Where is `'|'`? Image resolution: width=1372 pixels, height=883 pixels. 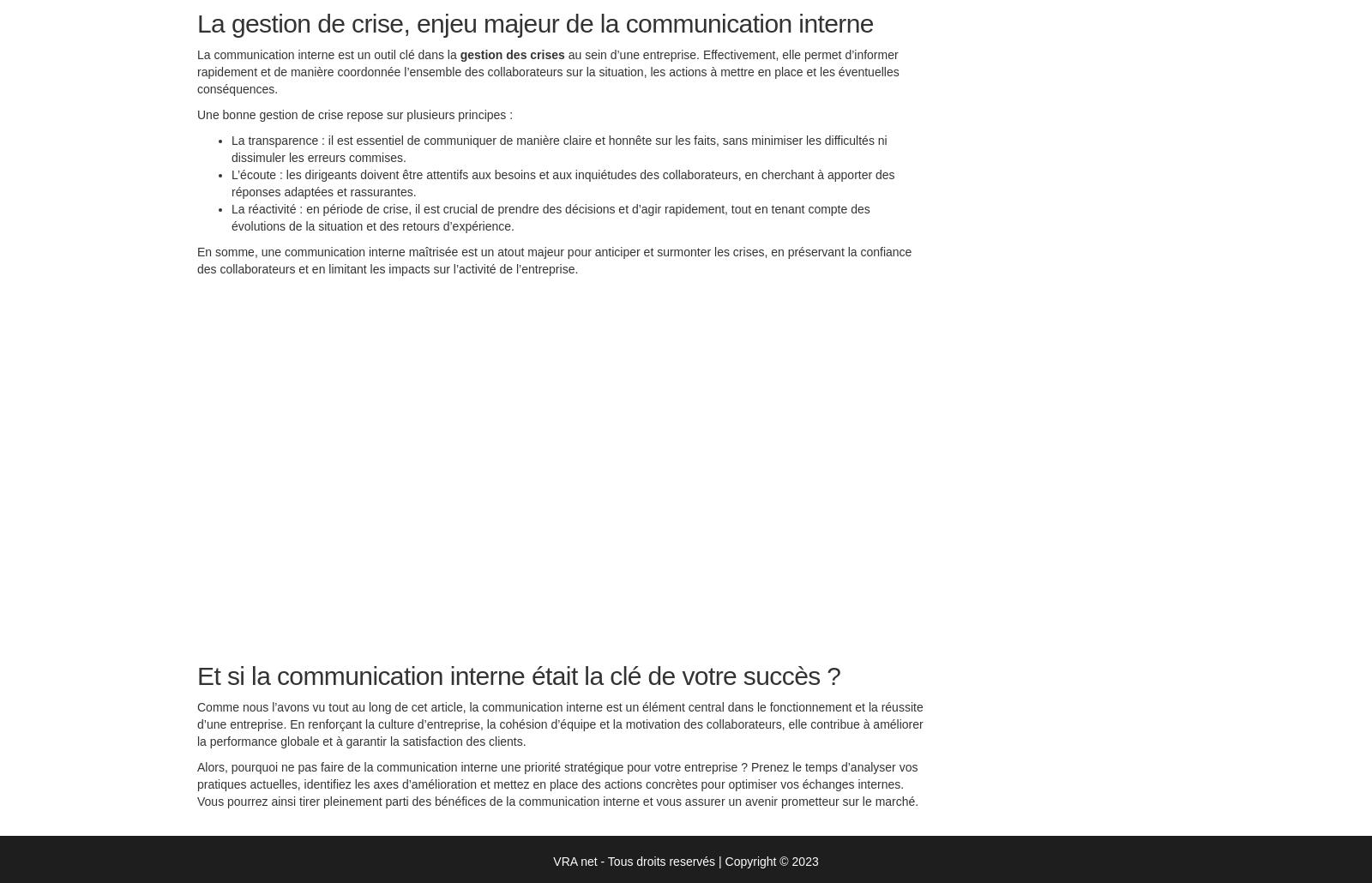 '|' is located at coordinates (718, 863).